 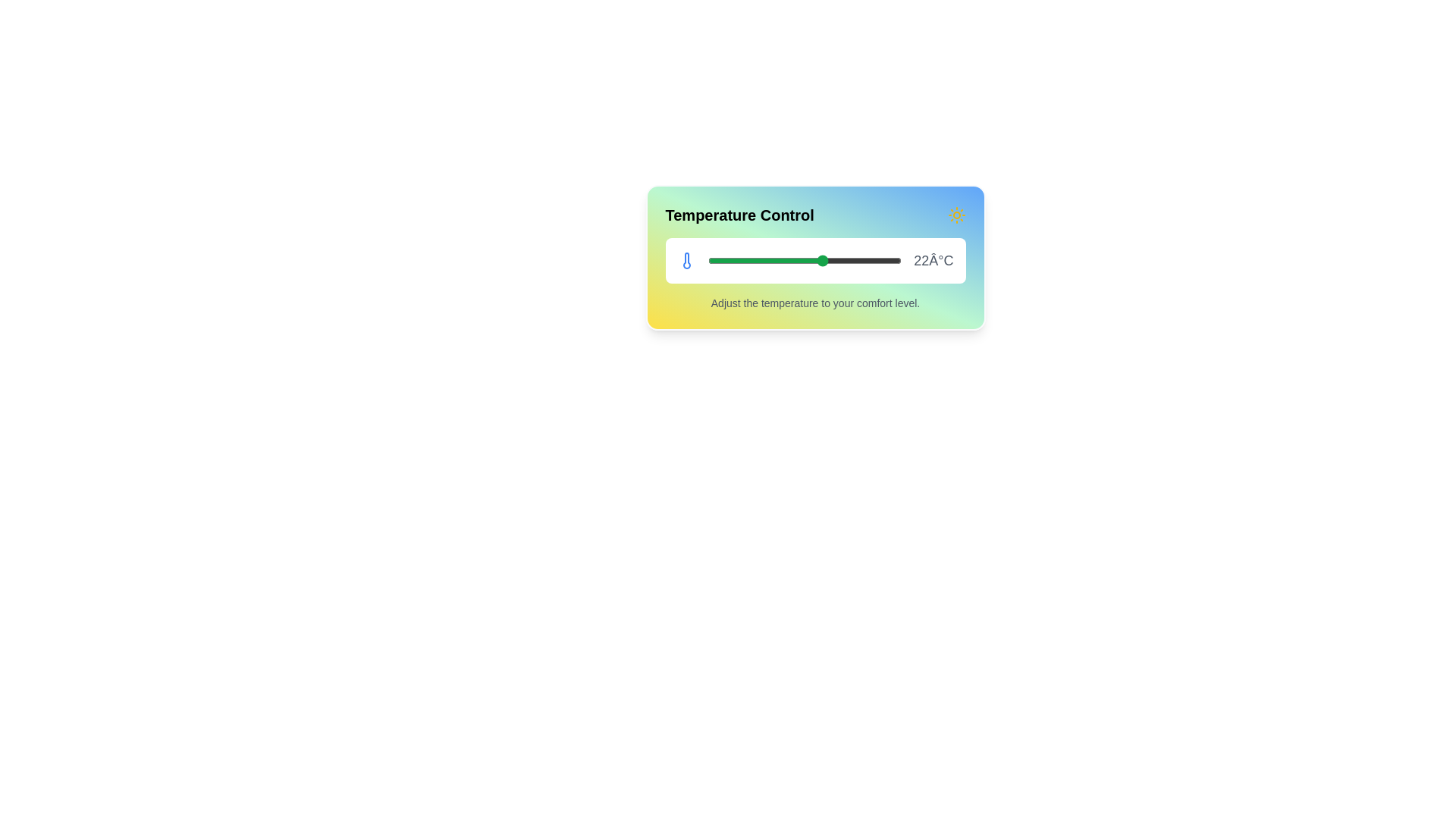 I want to click on the temperature, so click(x=726, y=256).